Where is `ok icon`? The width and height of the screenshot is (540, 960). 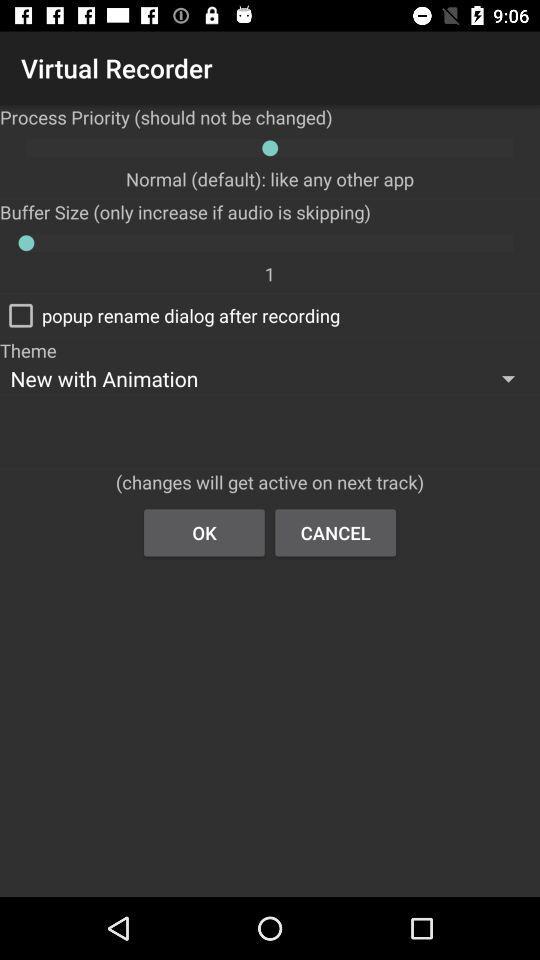
ok icon is located at coordinates (203, 531).